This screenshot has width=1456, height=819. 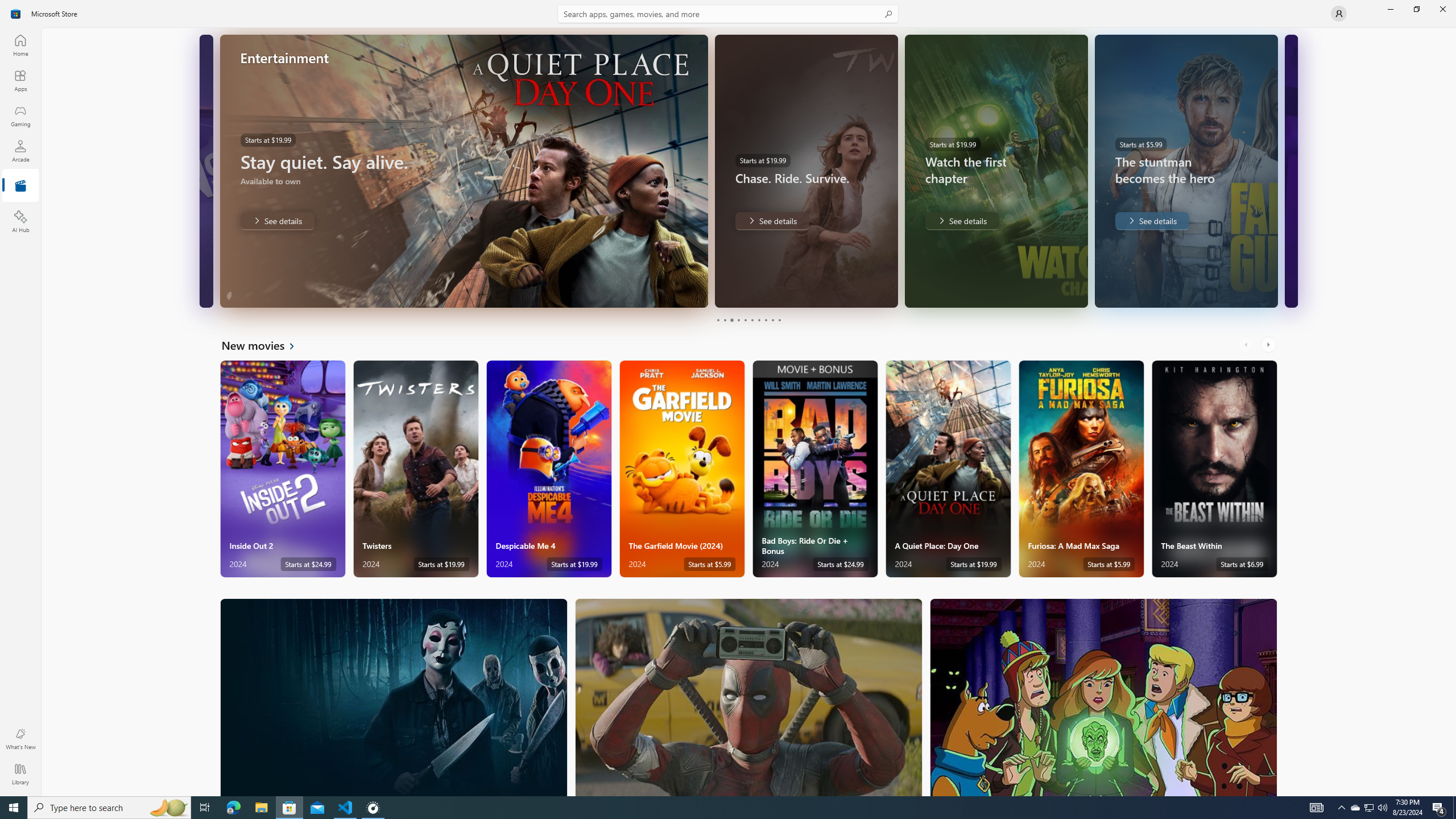 I want to click on 'AutomationID: LeftScrollButton', so click(x=1247, y=344).